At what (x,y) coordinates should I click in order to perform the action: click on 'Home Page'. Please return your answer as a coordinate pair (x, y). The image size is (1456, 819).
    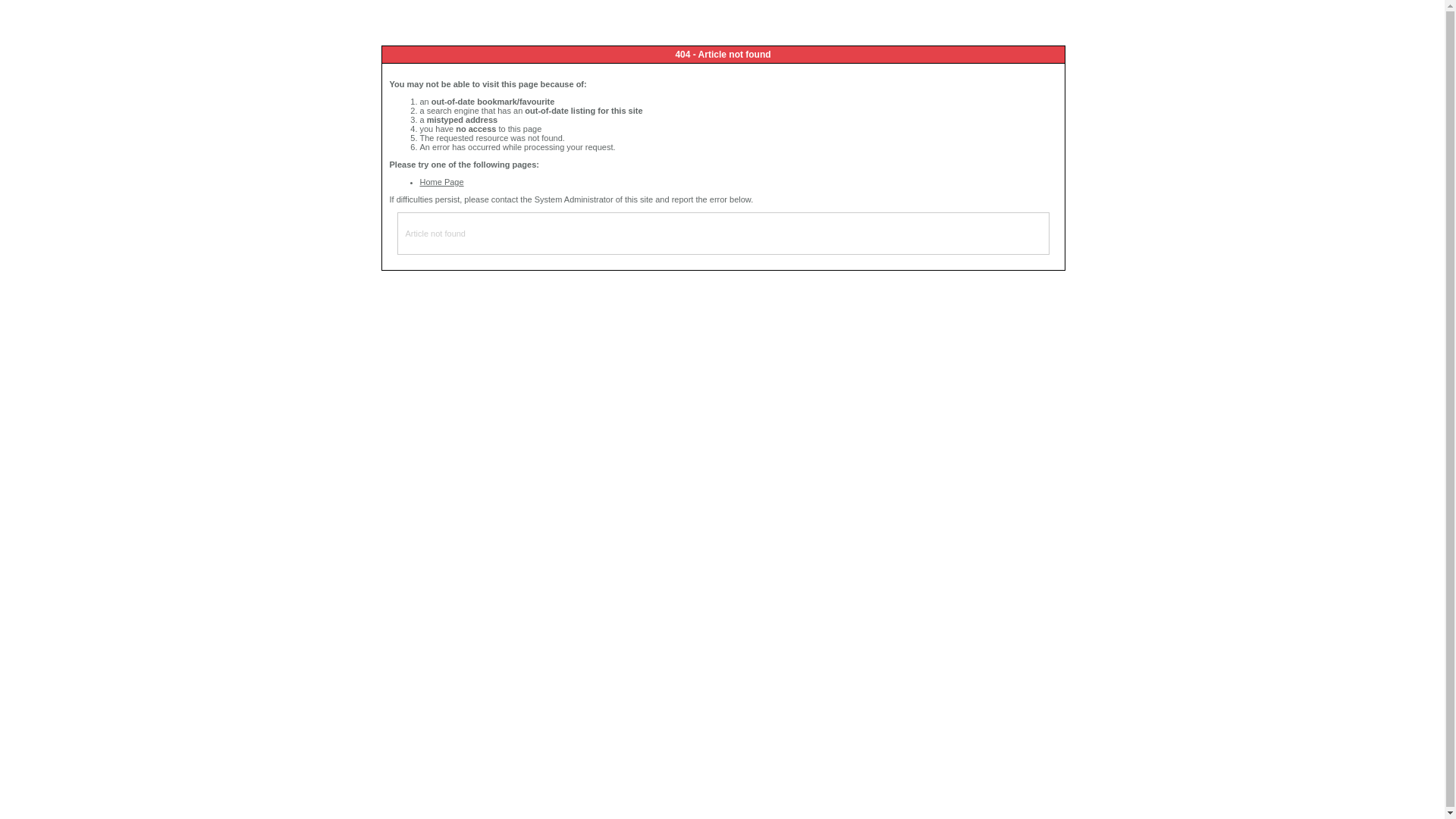
    Looking at the image, I should click on (419, 180).